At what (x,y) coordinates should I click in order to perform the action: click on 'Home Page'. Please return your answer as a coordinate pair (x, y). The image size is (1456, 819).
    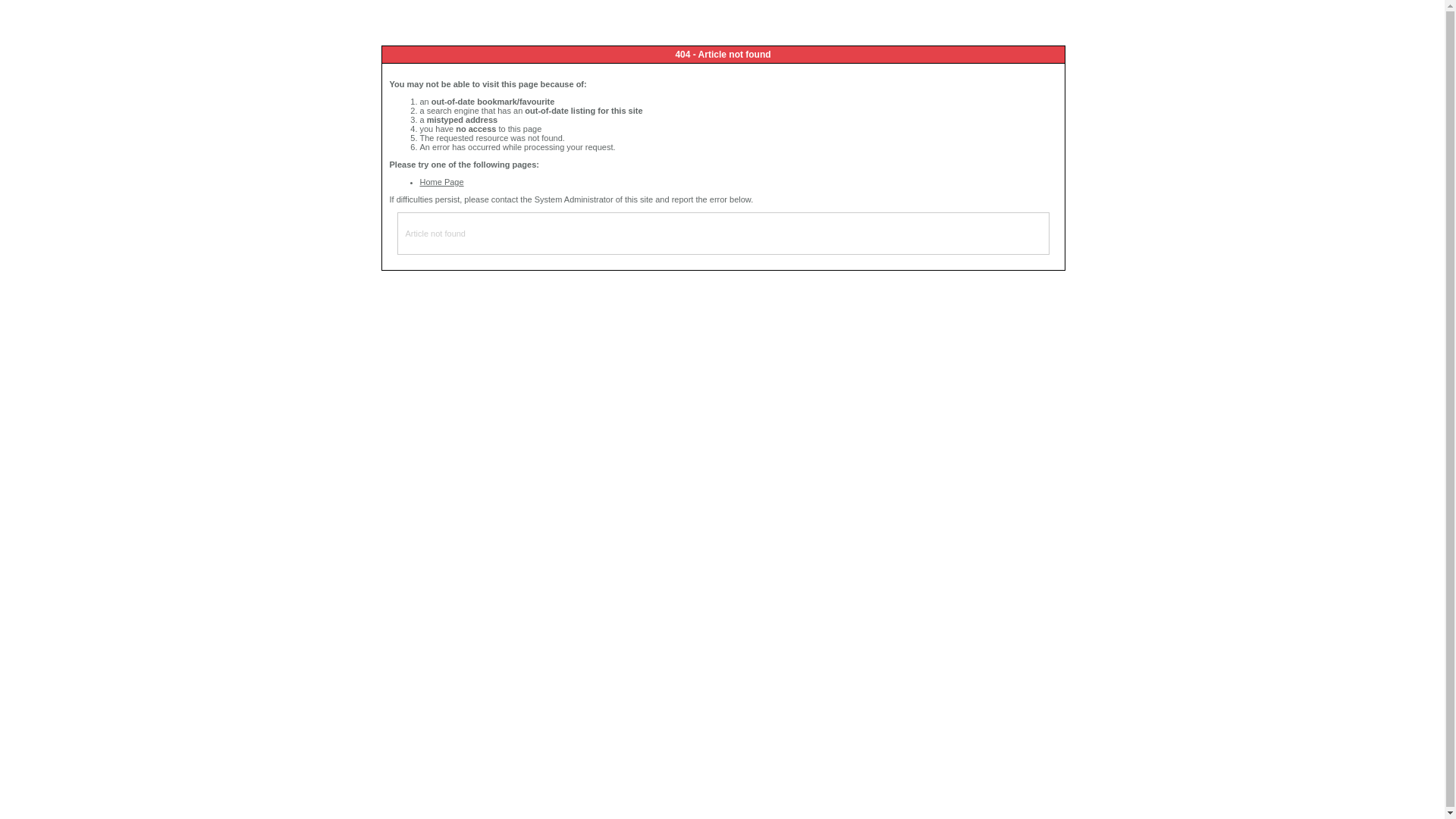
    Looking at the image, I should click on (419, 180).